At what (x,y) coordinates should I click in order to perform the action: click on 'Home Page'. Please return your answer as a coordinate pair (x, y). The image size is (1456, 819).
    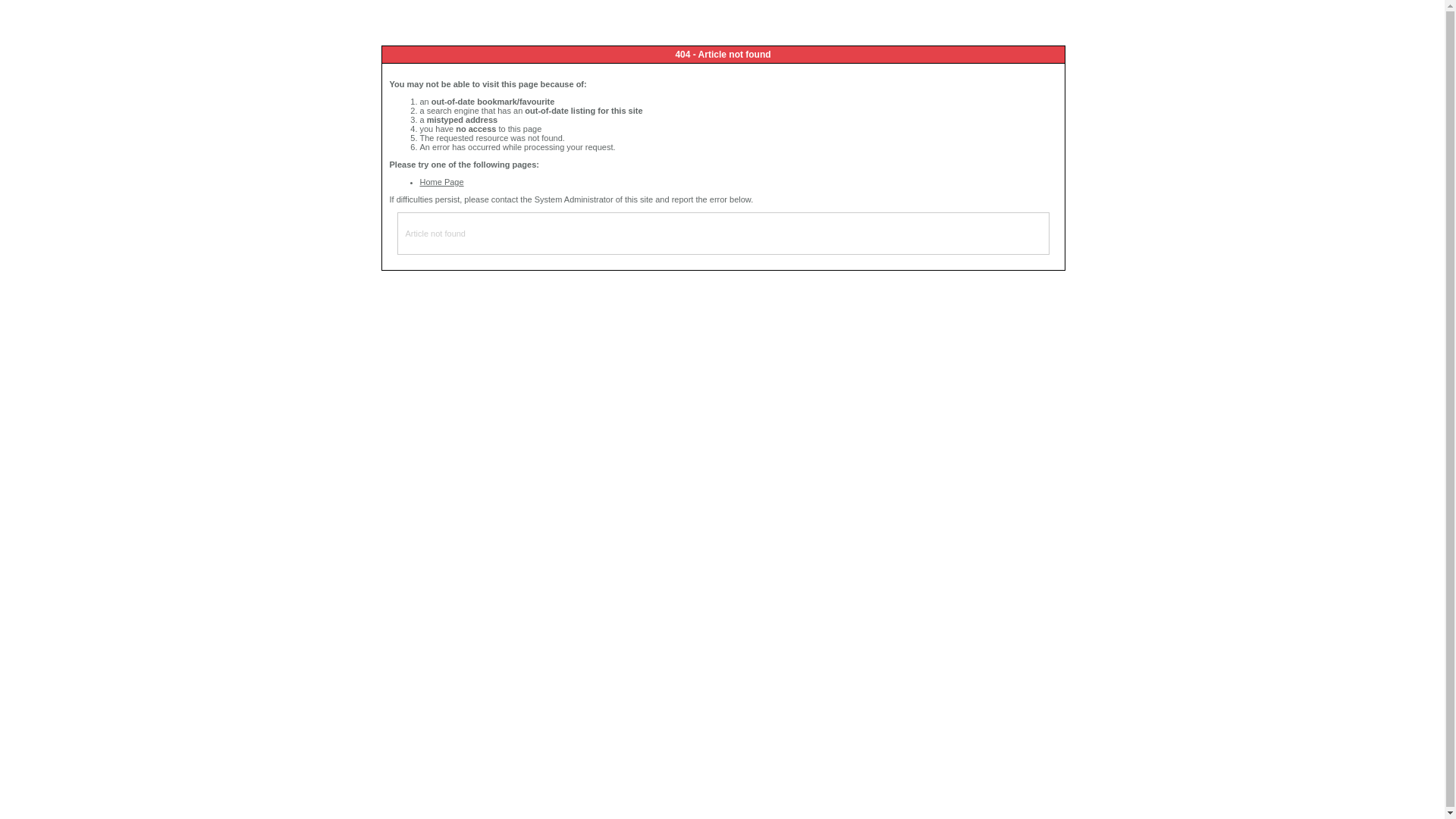
    Looking at the image, I should click on (419, 180).